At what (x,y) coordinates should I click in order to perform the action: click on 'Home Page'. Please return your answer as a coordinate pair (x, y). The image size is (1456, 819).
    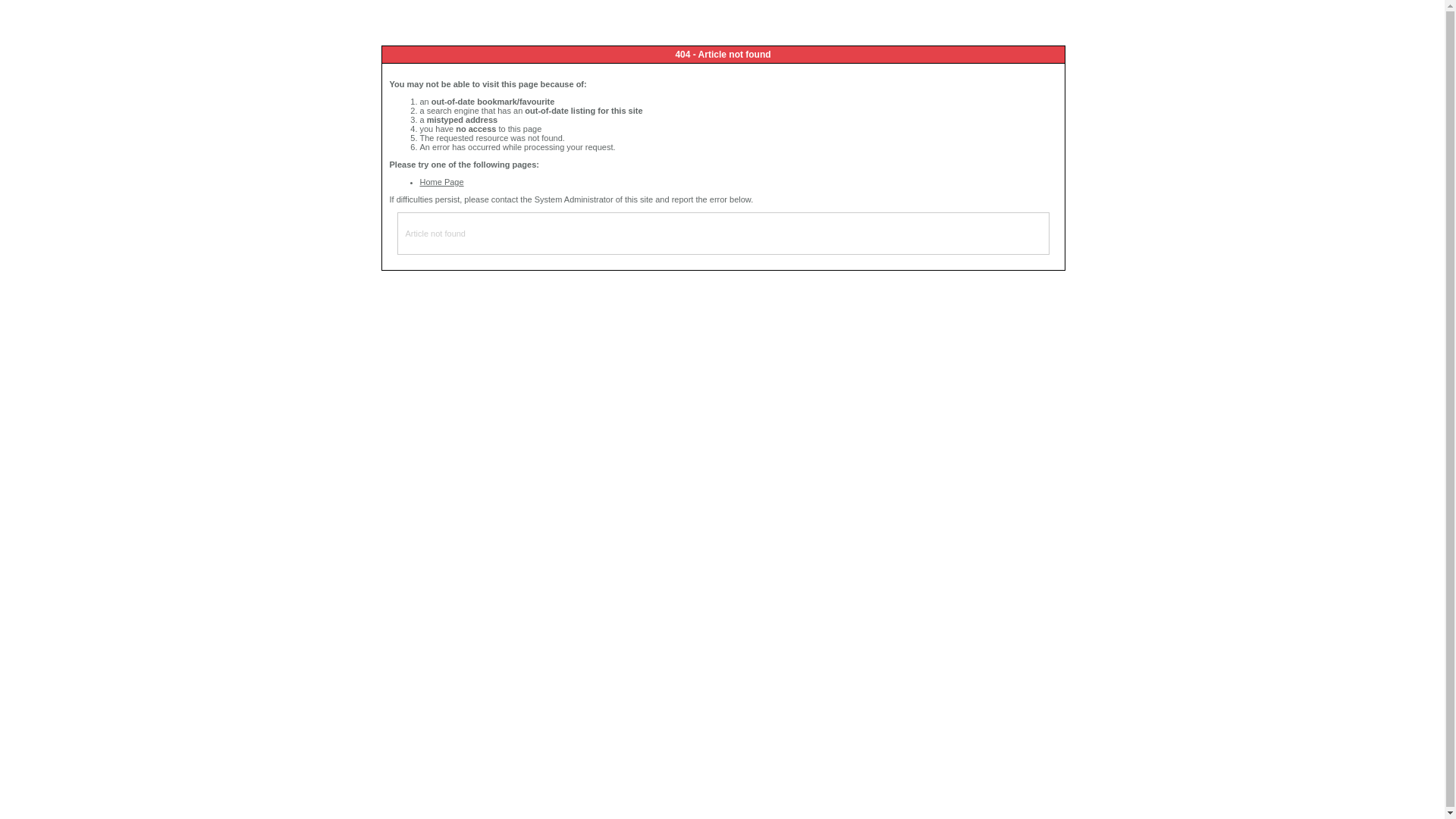
    Looking at the image, I should click on (419, 180).